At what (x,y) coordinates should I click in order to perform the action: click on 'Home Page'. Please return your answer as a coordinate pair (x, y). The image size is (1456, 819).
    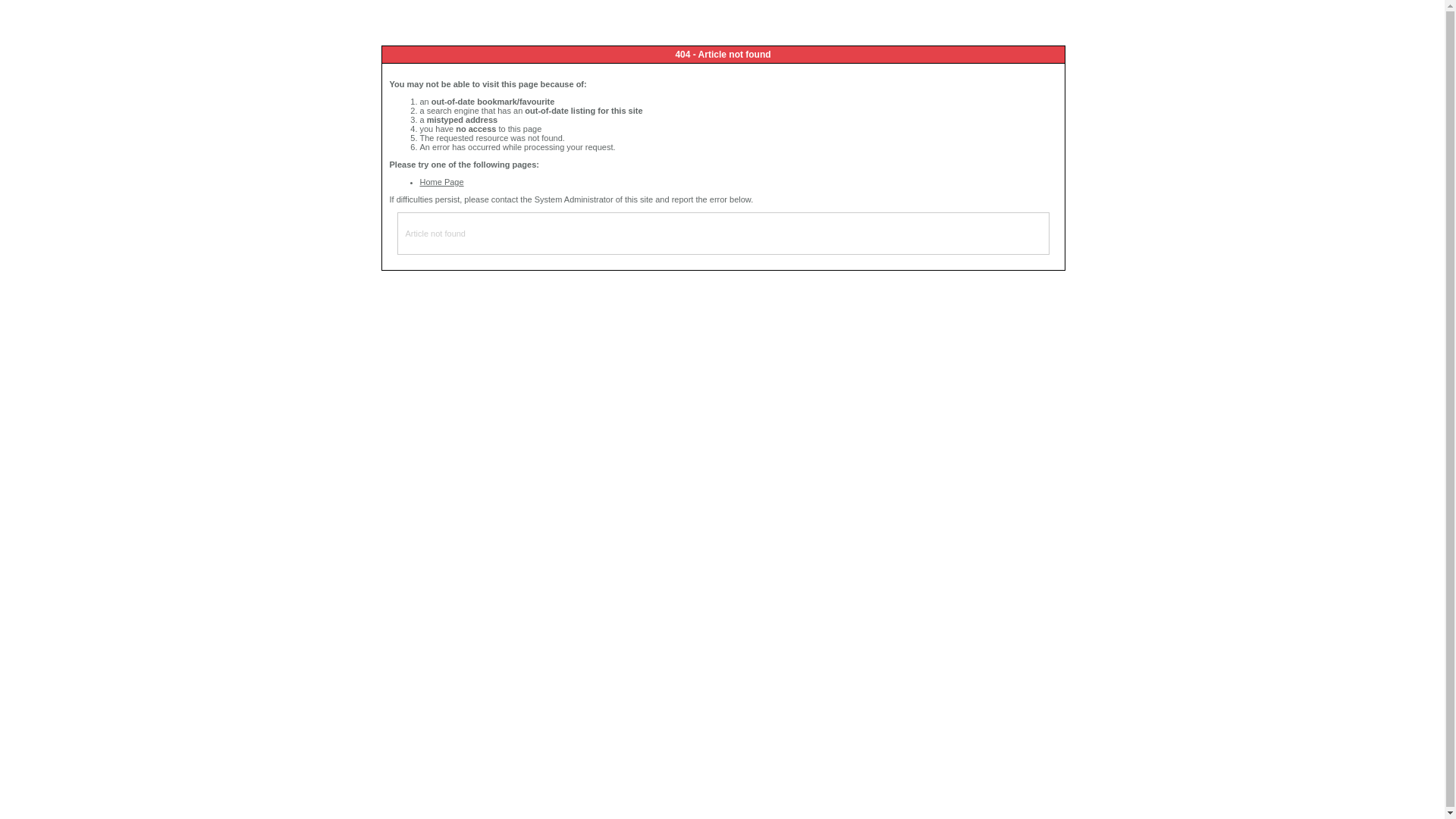
    Looking at the image, I should click on (419, 180).